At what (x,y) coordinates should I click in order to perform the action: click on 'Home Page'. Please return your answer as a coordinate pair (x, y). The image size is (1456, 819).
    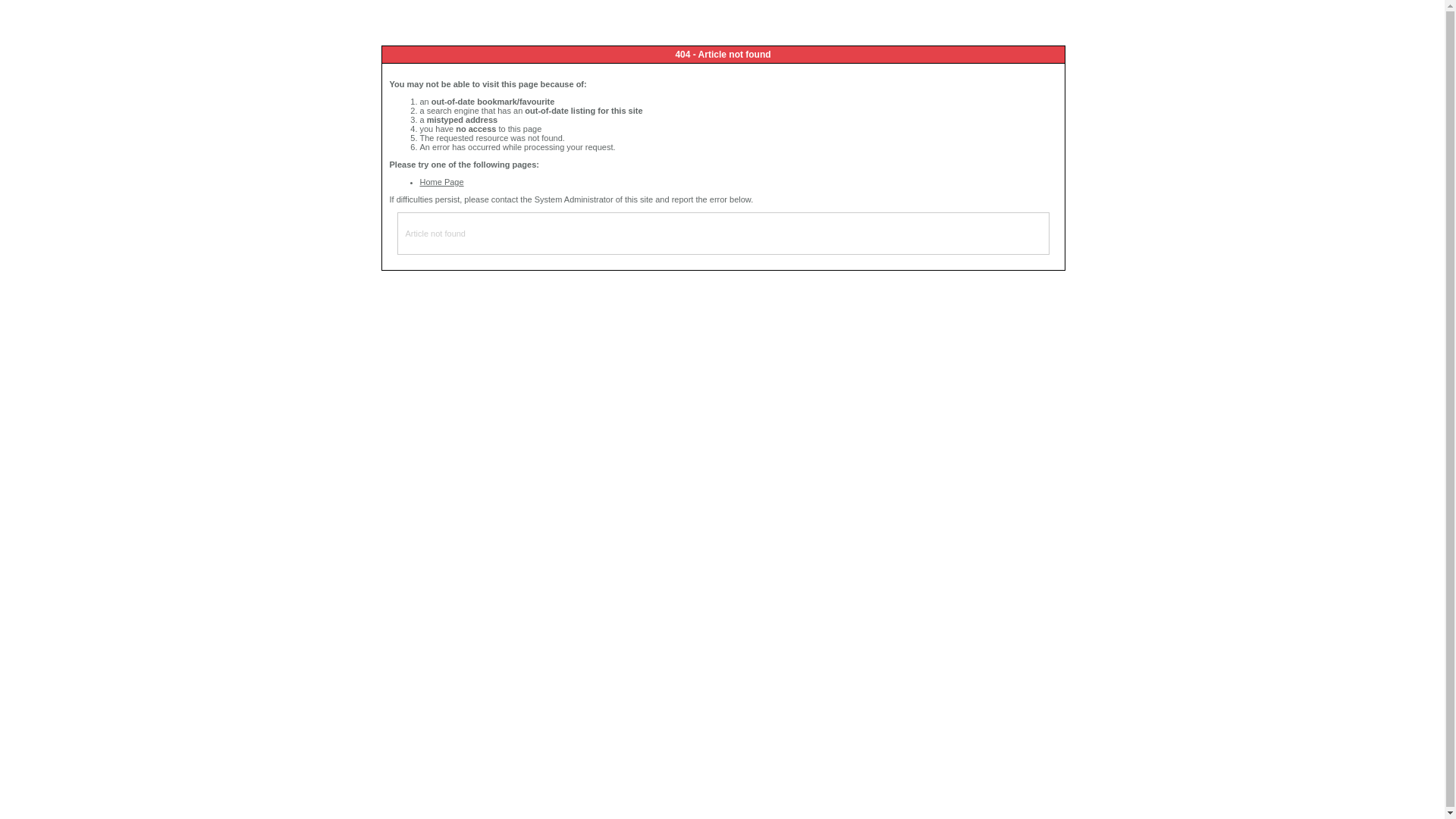
    Looking at the image, I should click on (419, 180).